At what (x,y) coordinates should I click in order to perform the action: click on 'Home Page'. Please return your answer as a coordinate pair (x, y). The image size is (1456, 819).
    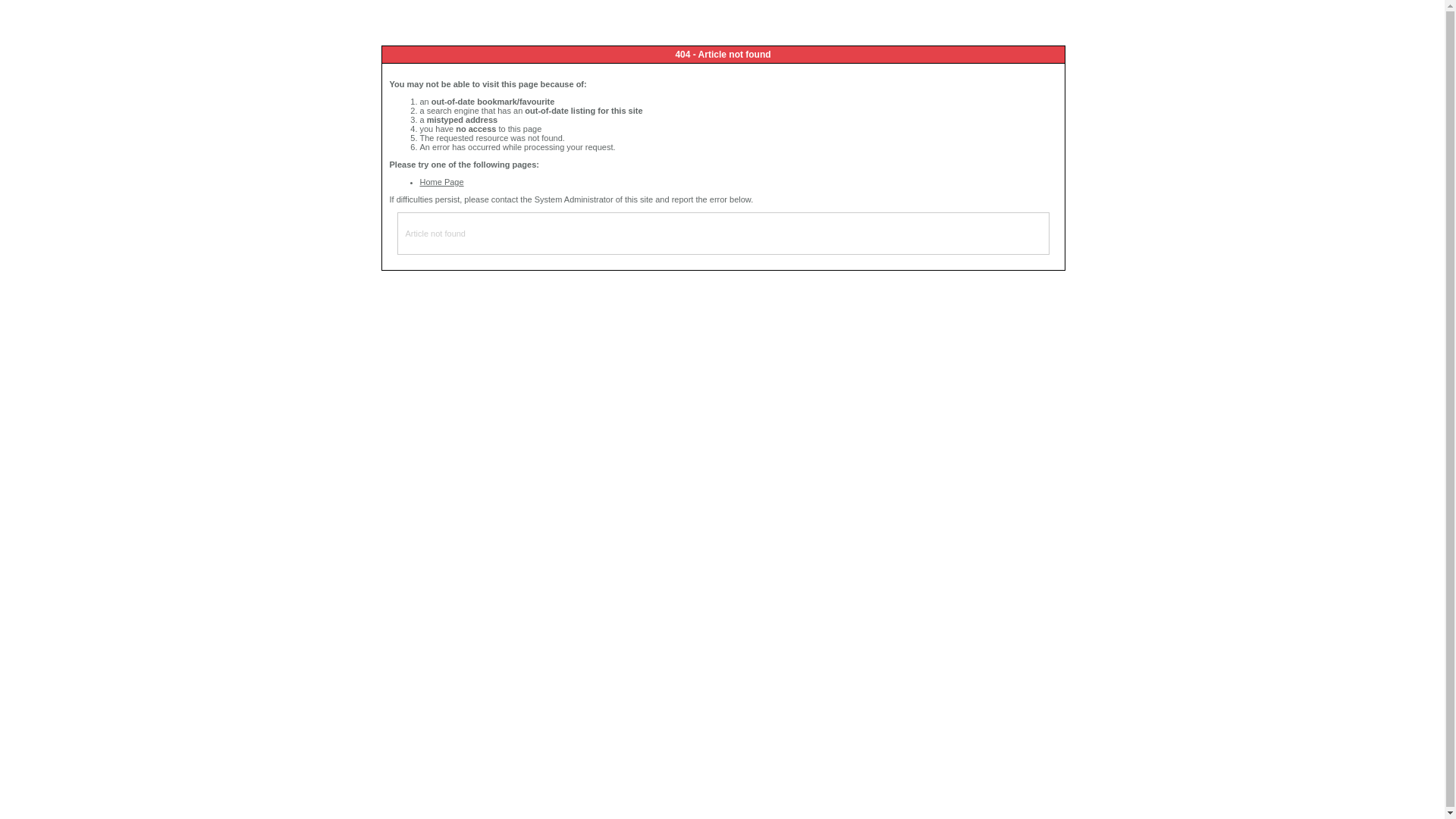
    Looking at the image, I should click on (419, 180).